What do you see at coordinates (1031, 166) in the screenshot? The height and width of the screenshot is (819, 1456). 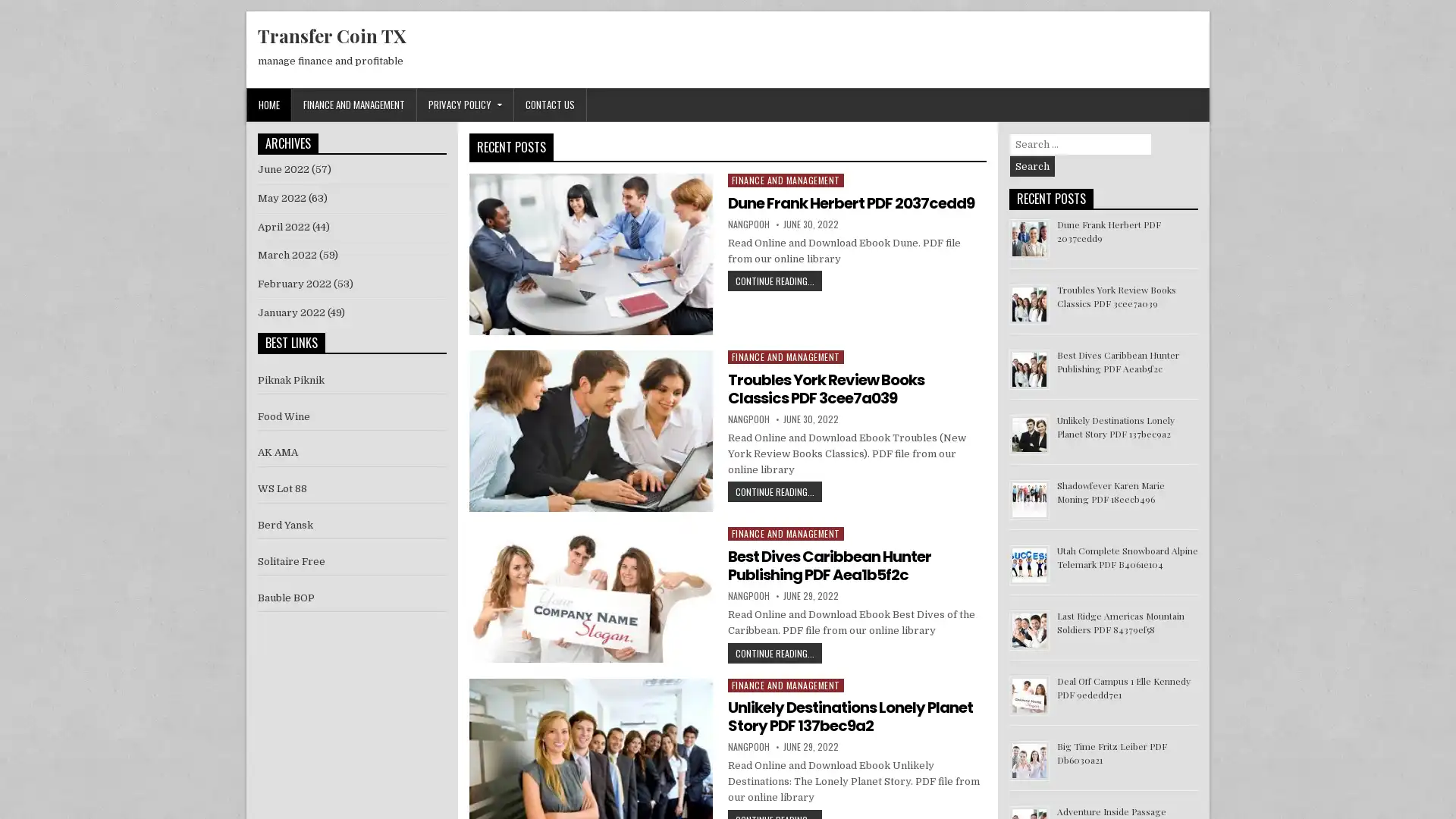 I see `Search` at bounding box center [1031, 166].